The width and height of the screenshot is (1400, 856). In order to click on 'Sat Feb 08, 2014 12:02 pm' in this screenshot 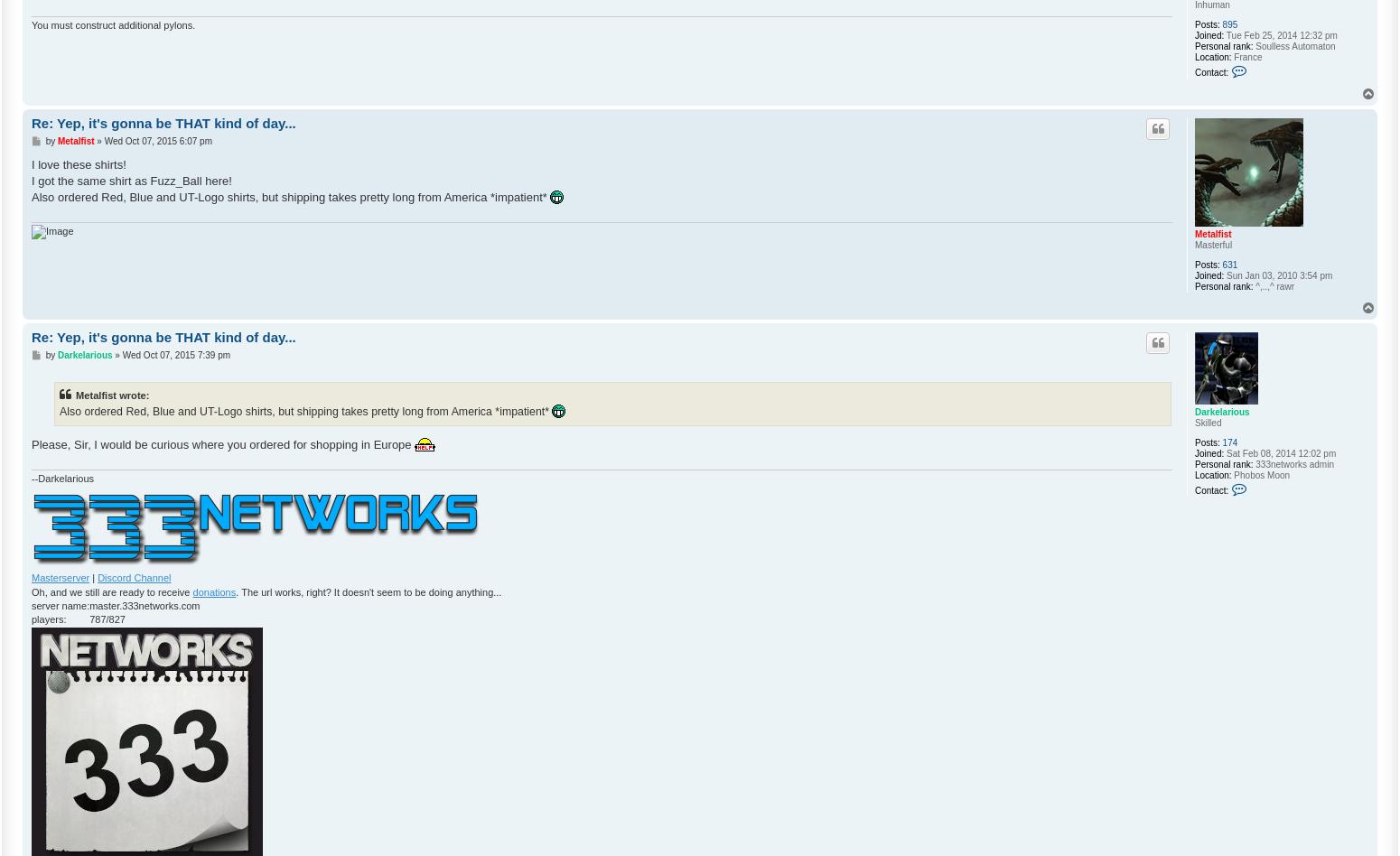, I will do `click(1279, 452)`.